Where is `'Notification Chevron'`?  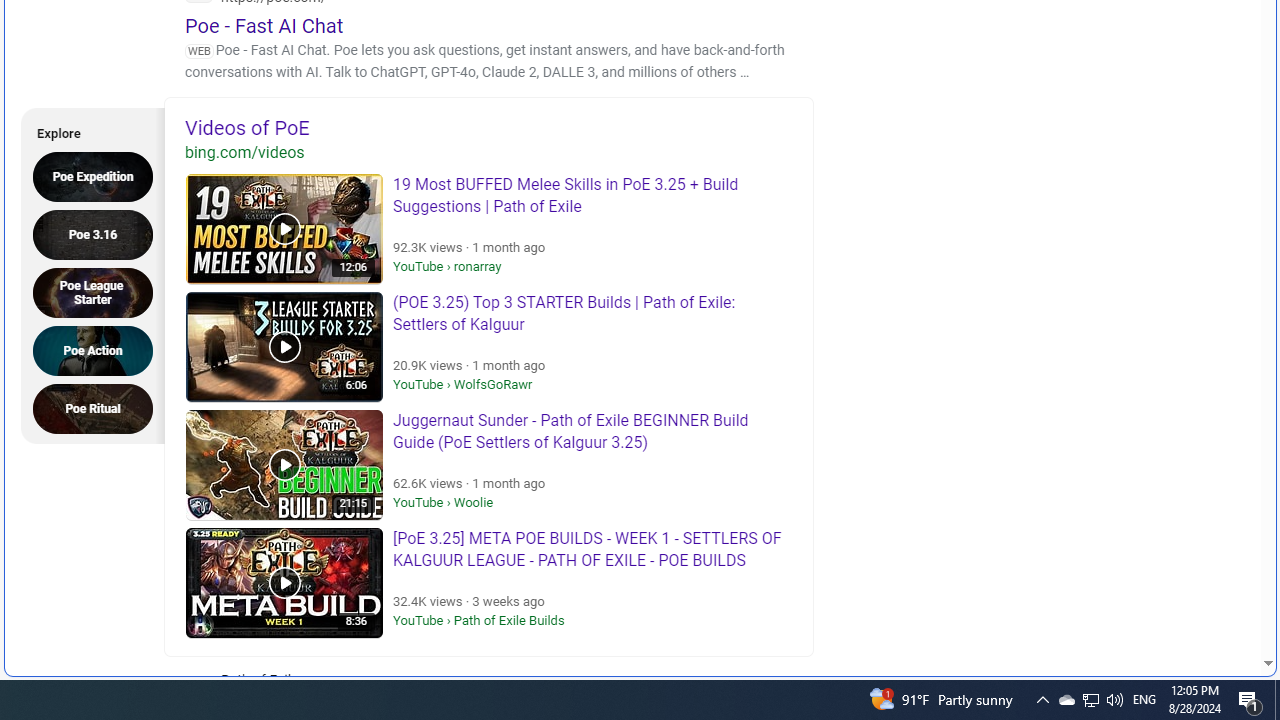 'Notification Chevron' is located at coordinates (1090, 698).